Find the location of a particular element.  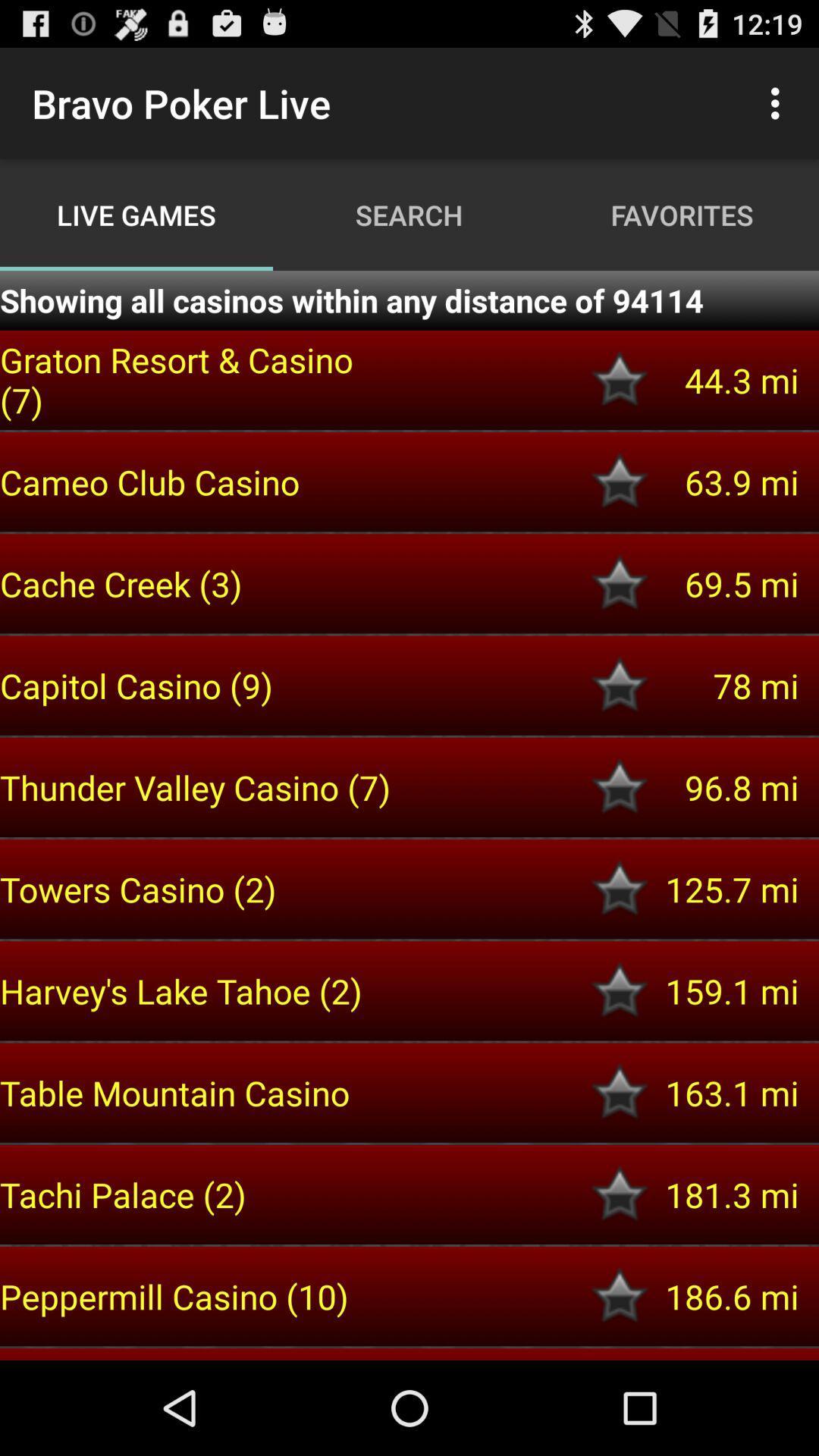

select option is located at coordinates (620, 380).